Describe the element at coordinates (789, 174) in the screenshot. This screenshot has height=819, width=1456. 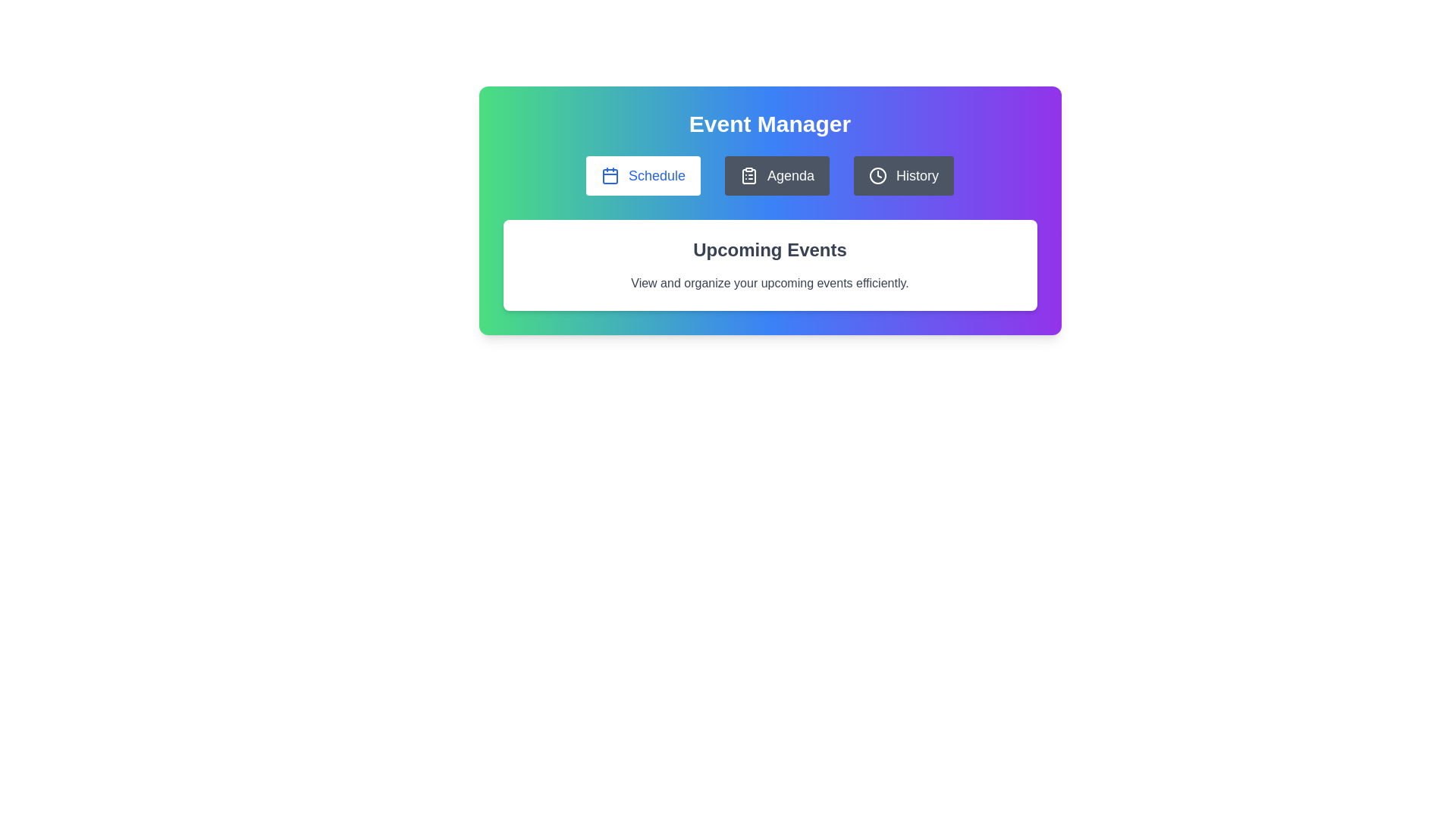
I see `the 'Agenda' button, which has a dark gray background and is positioned between the 'Schedule' and 'History' buttons` at that location.